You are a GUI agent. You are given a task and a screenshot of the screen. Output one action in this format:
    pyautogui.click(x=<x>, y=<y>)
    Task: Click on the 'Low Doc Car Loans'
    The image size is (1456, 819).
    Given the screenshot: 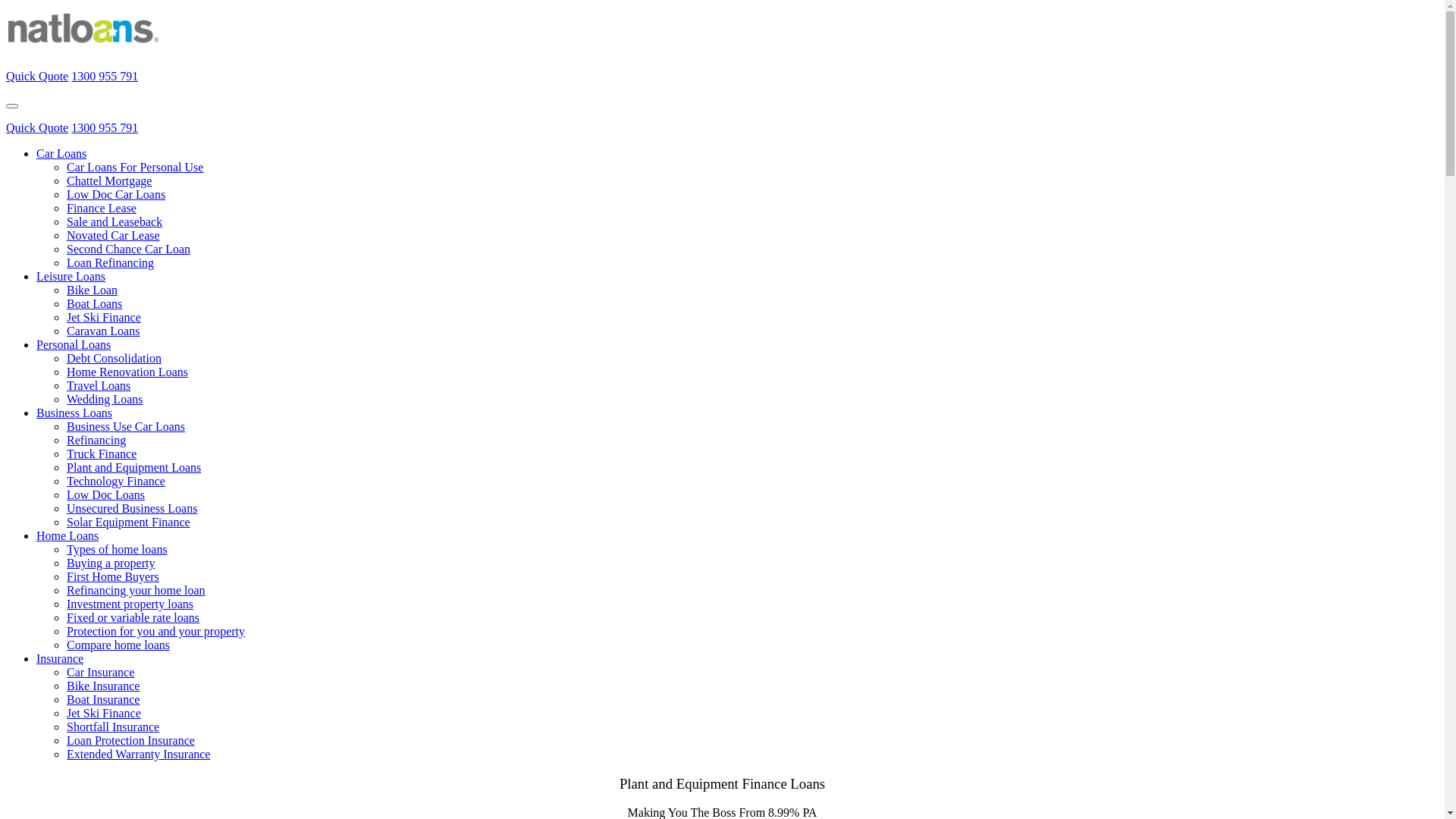 What is the action you would take?
    pyautogui.click(x=115, y=193)
    